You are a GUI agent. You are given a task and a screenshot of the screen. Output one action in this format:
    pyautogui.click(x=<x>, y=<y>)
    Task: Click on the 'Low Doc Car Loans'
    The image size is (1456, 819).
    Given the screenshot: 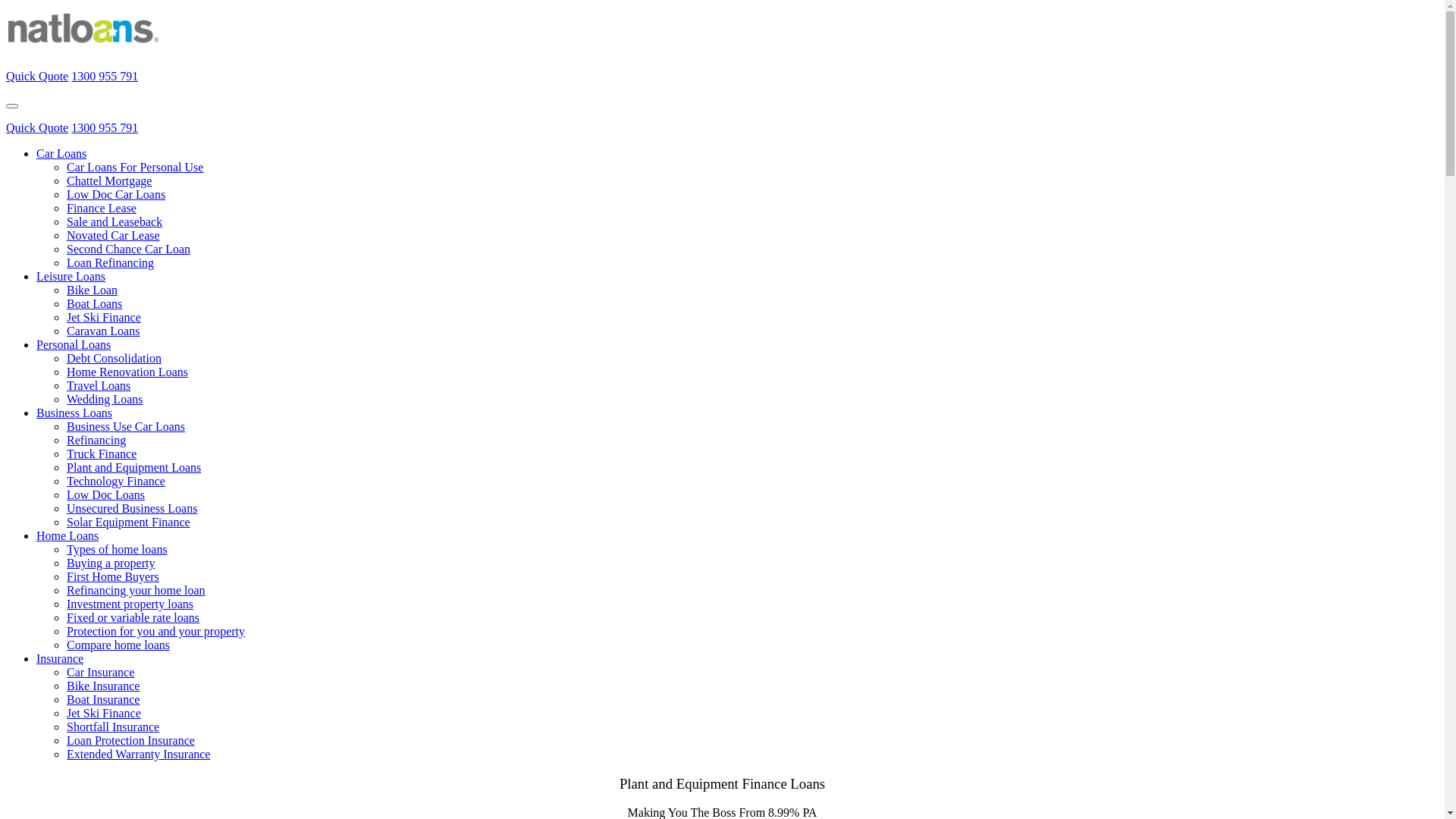 What is the action you would take?
    pyautogui.click(x=115, y=193)
    